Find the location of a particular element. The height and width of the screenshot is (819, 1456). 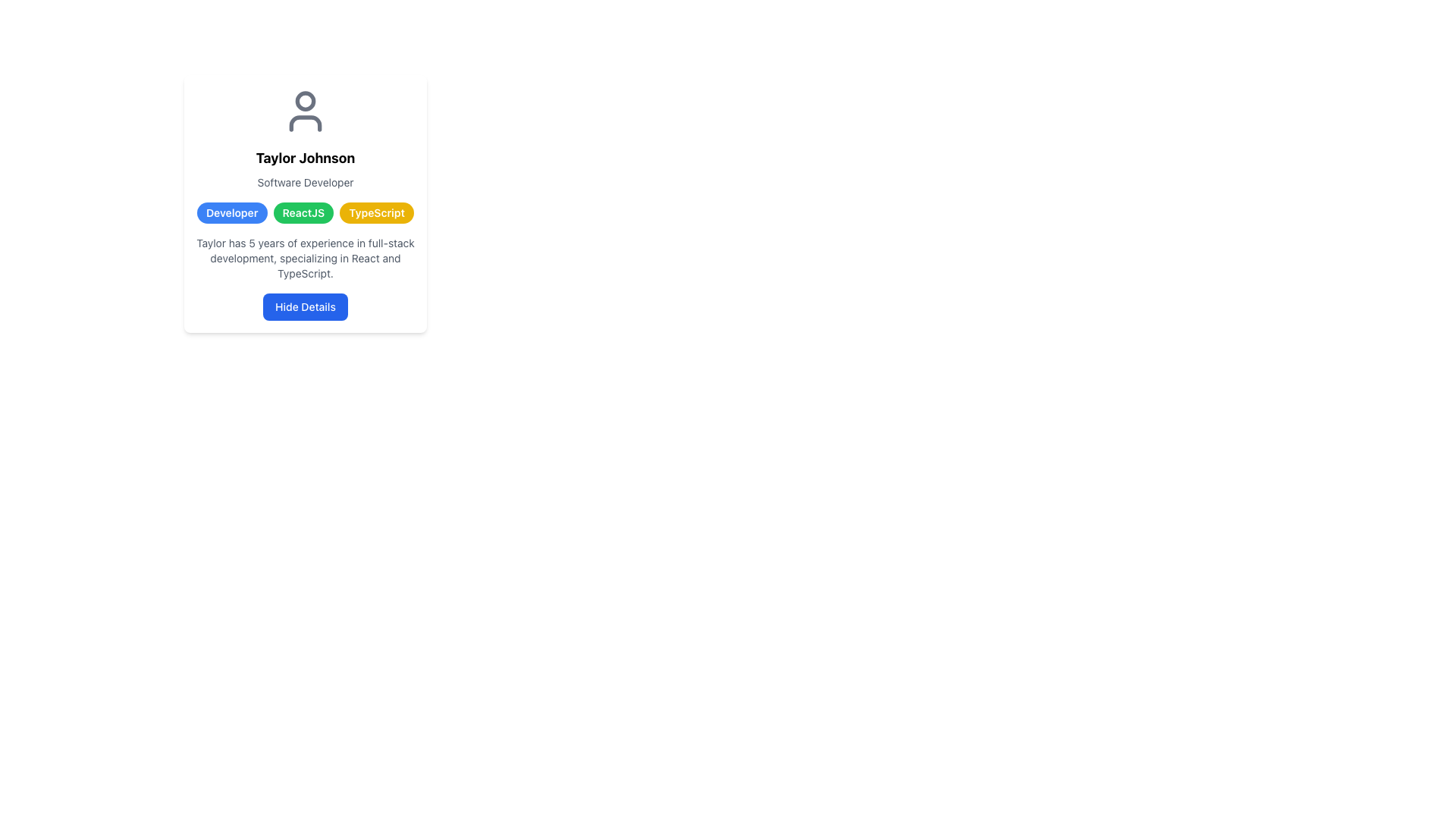

the user profile icon located at the top-center of the card above the 'Taylor Johnson' heading is located at coordinates (305, 110).